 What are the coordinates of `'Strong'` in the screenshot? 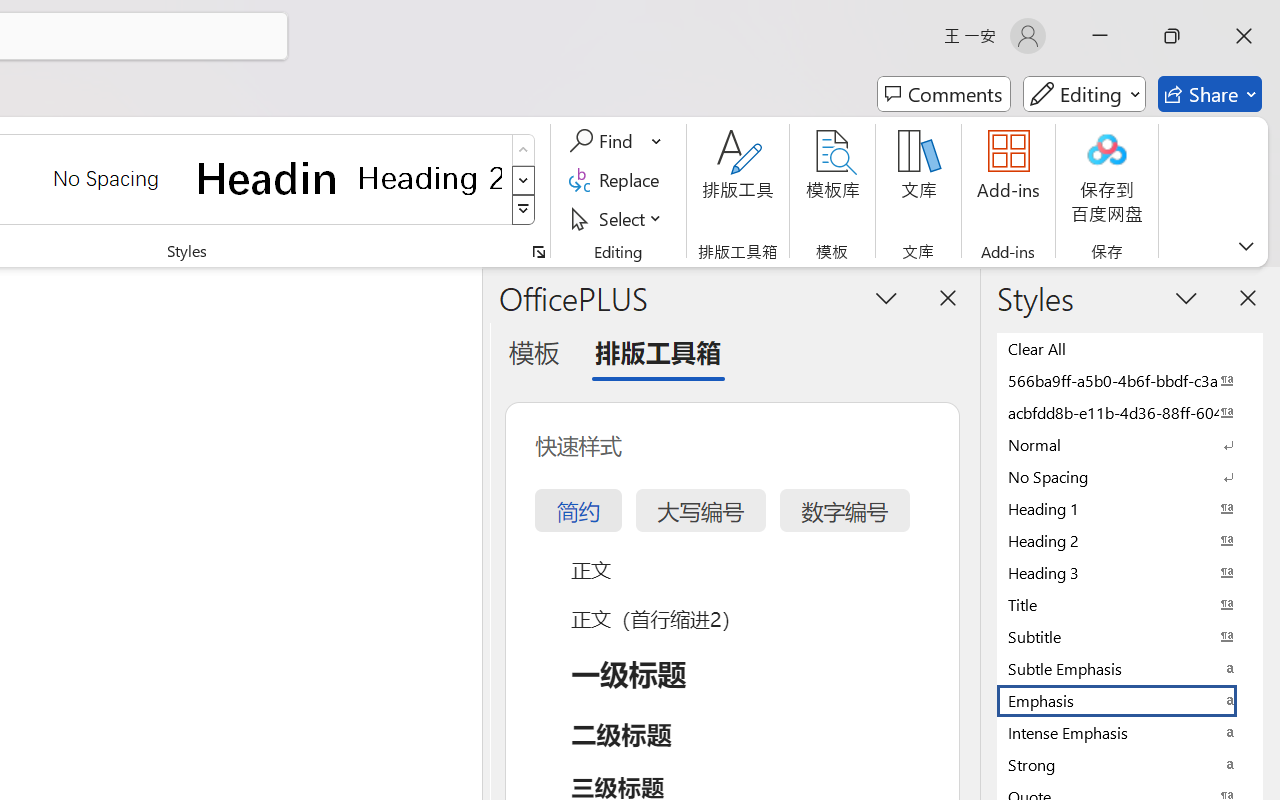 It's located at (1130, 764).